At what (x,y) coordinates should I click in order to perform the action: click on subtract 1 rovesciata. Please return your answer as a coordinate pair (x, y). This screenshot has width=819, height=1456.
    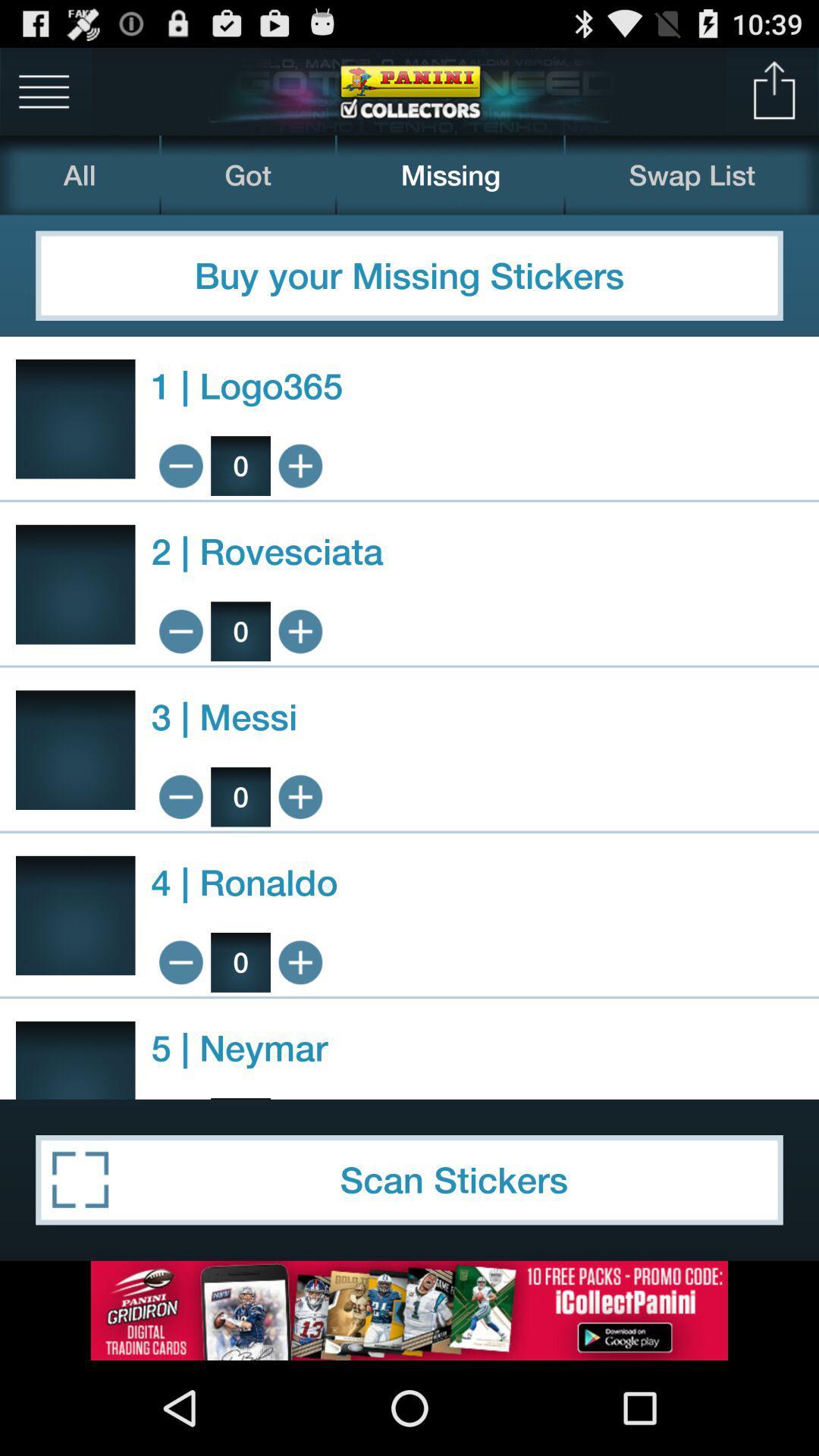
    Looking at the image, I should click on (180, 631).